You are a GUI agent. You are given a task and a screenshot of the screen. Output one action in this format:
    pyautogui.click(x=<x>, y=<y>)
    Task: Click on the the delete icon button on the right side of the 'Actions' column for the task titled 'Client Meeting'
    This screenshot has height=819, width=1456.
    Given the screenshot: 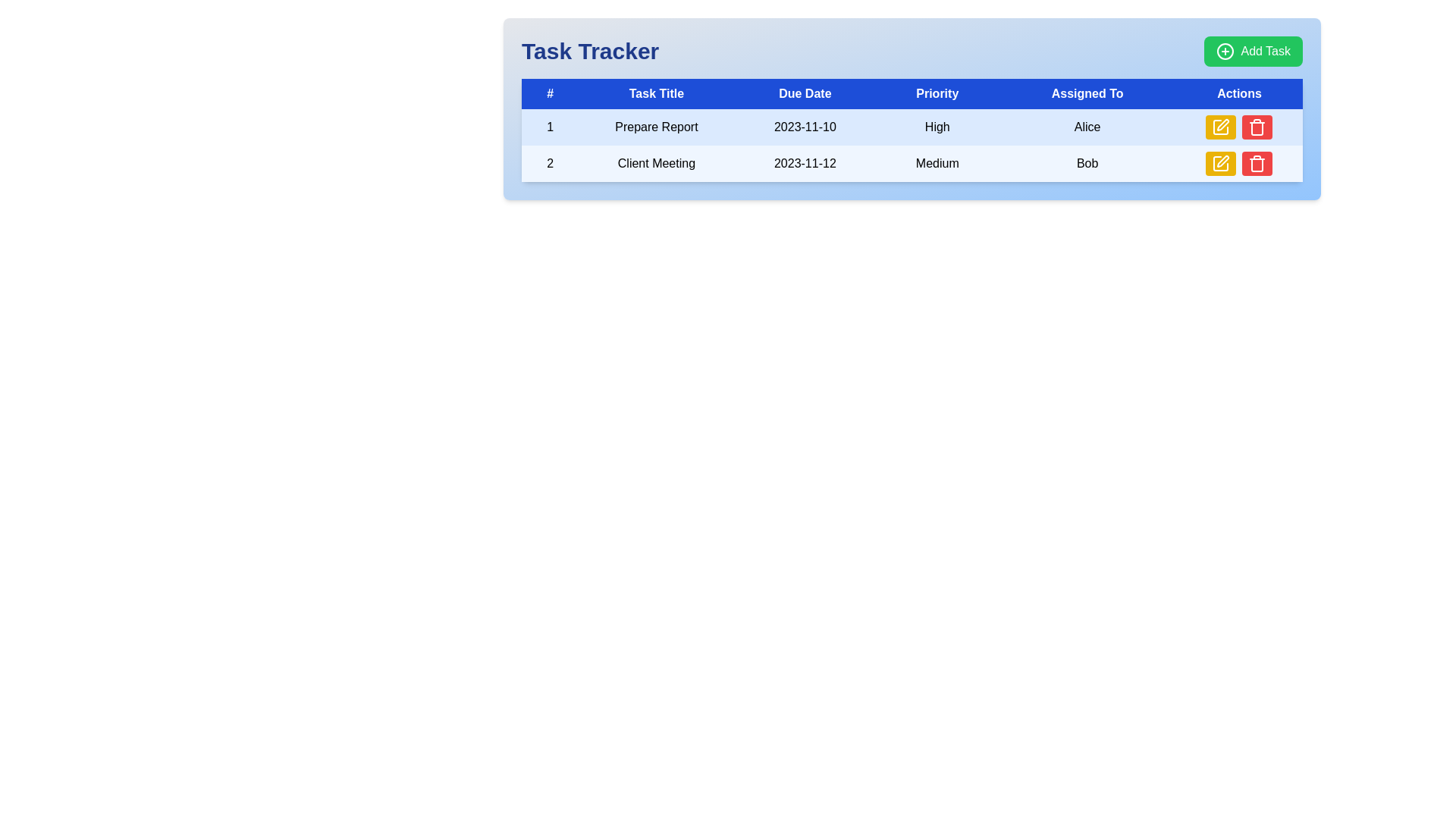 What is the action you would take?
    pyautogui.click(x=1257, y=164)
    